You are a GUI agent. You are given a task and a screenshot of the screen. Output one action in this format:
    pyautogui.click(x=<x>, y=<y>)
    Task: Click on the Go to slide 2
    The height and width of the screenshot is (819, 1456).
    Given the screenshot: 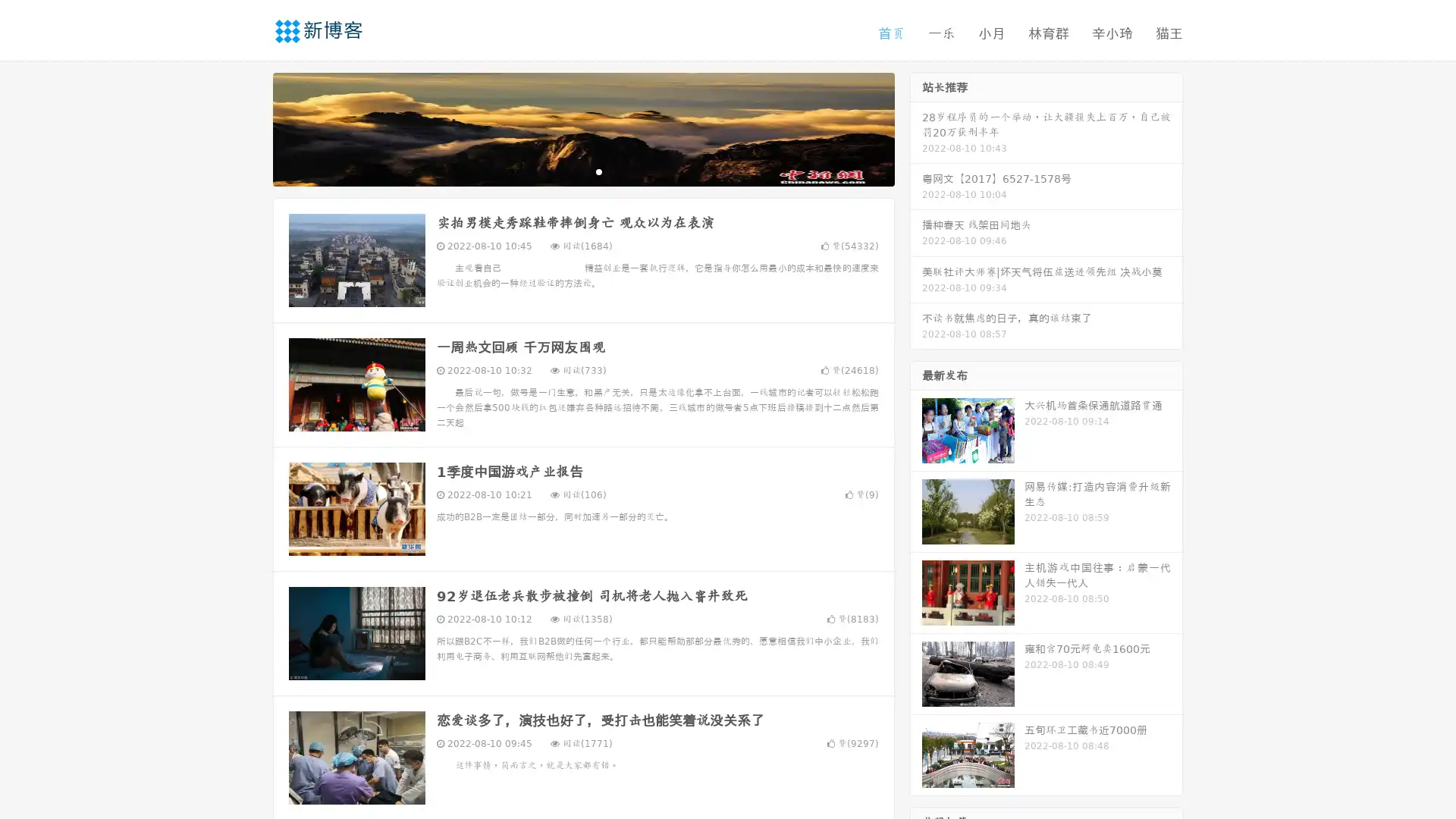 What is the action you would take?
    pyautogui.click(x=582, y=171)
    